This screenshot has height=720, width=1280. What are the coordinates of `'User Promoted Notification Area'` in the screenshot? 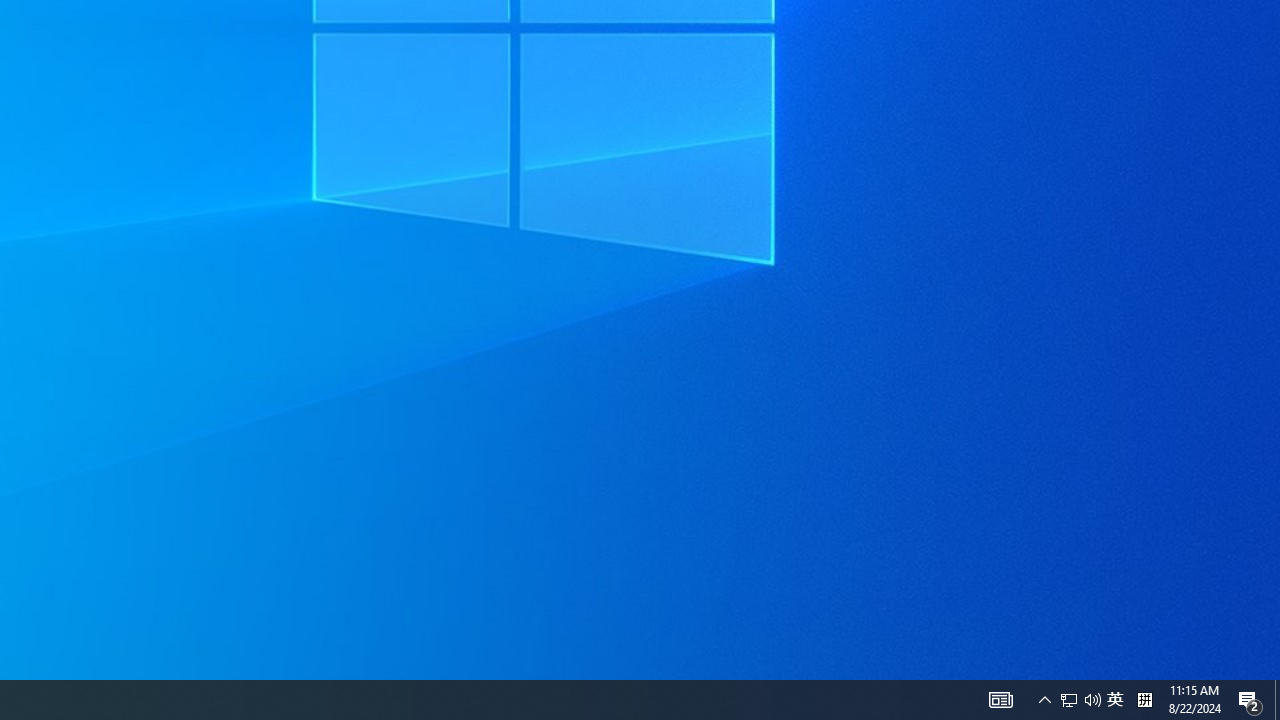 It's located at (1079, 698).